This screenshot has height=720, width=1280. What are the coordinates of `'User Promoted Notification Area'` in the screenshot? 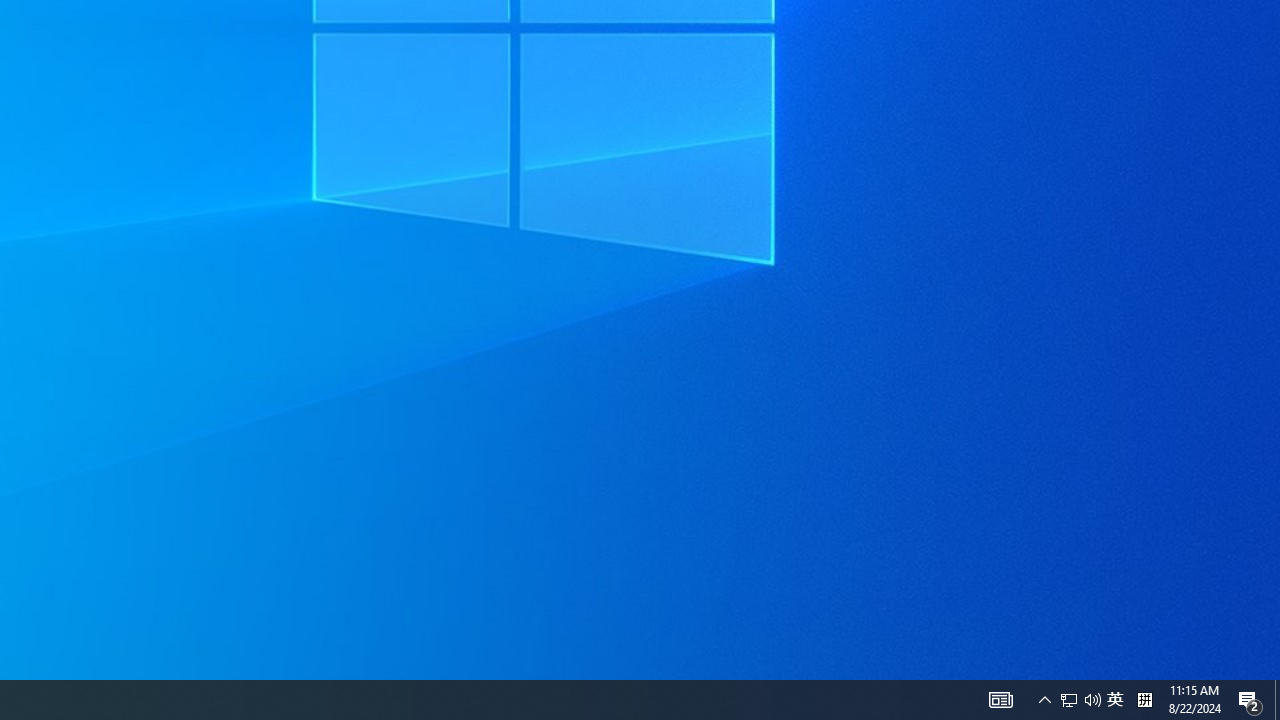 It's located at (1079, 698).